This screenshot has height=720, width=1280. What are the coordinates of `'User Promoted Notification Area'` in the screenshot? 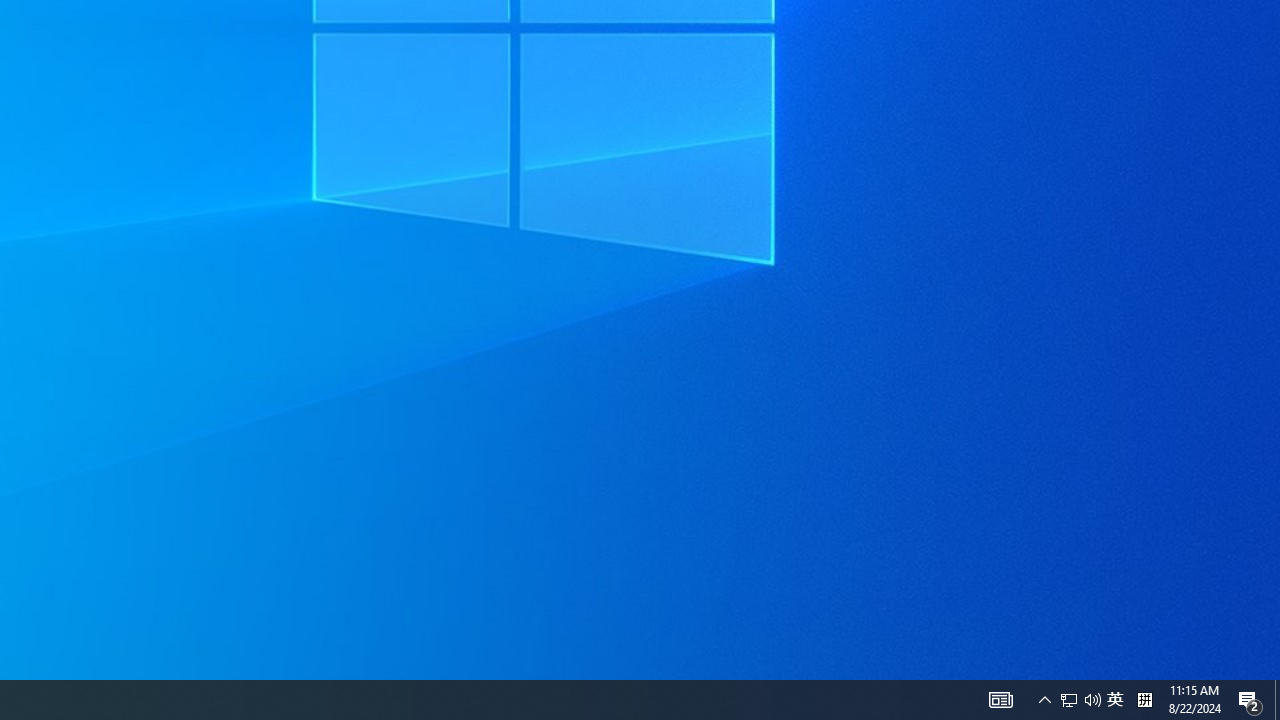 It's located at (1079, 698).